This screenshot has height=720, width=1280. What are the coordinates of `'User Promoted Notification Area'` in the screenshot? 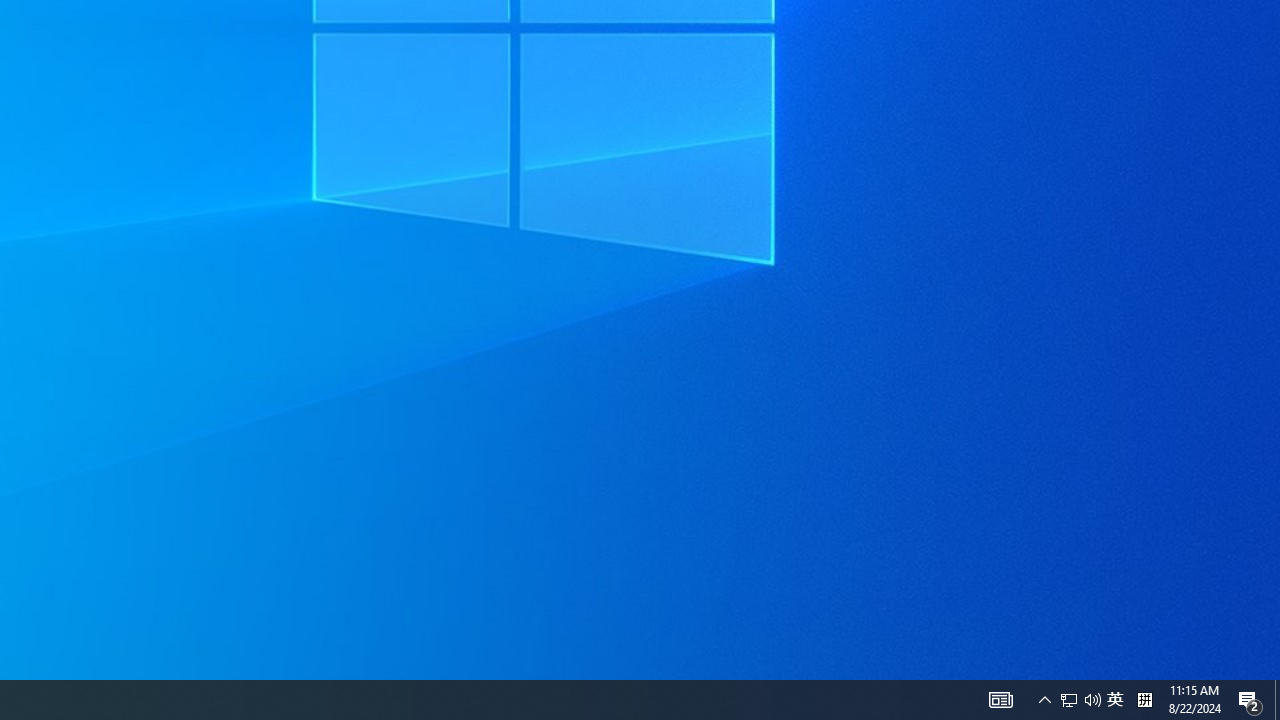 It's located at (1079, 698).